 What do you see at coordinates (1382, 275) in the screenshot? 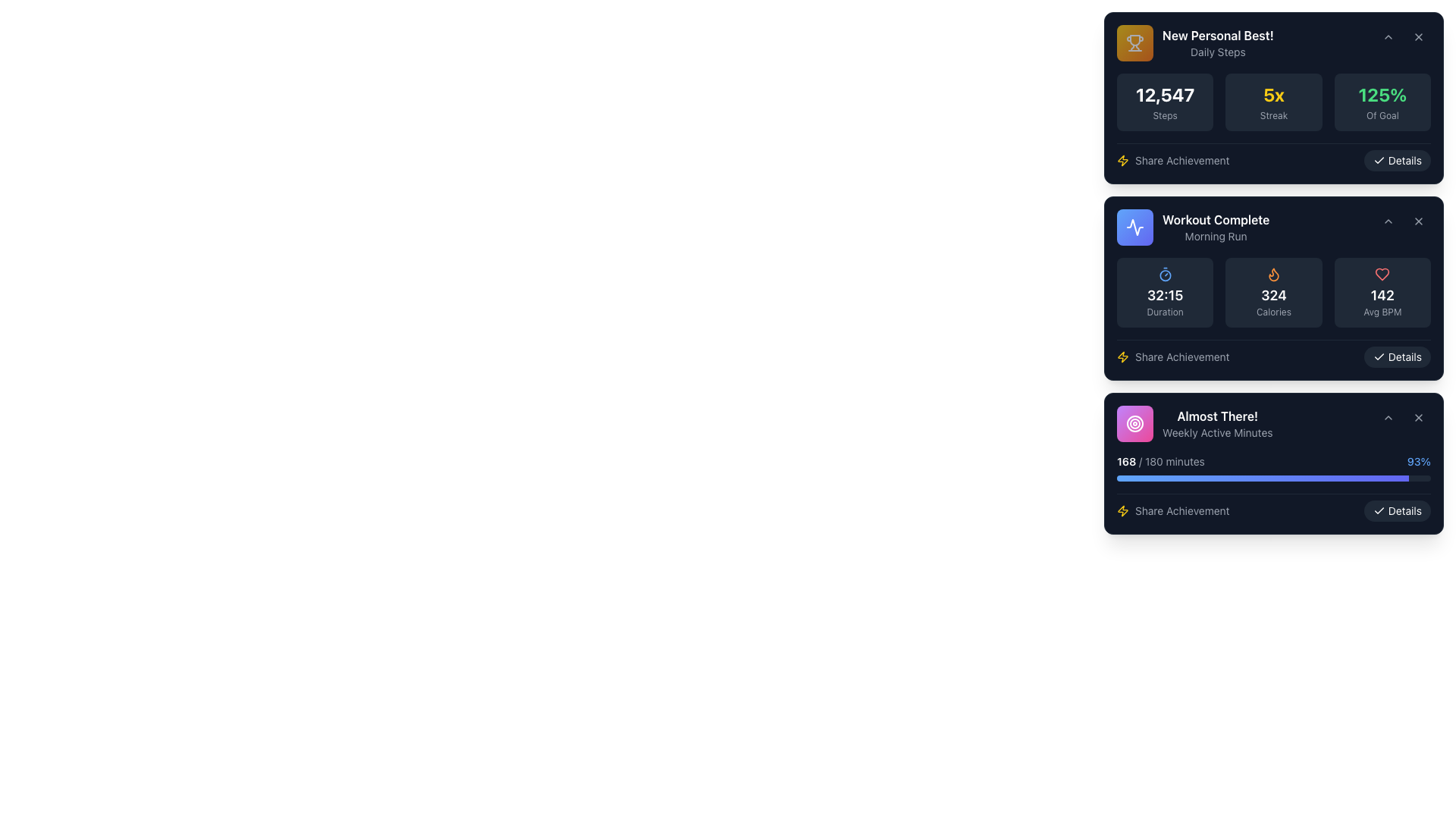
I see `the heart icon representing the 'Average BPM' metric located in the 'Workout Complete: Morning Run' card, positioned to the left of the '142 Avg BPM' text` at bounding box center [1382, 275].